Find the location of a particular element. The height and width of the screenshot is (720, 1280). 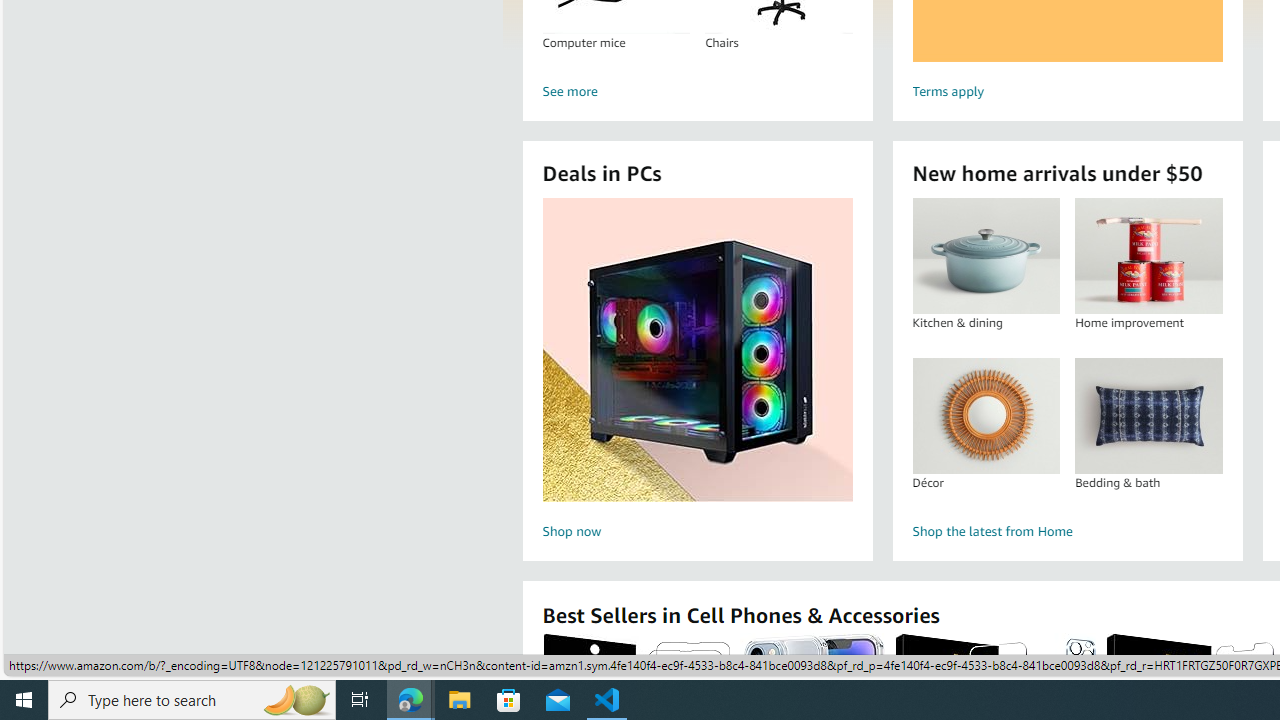

'Home improvement' is located at coordinates (1148, 255).